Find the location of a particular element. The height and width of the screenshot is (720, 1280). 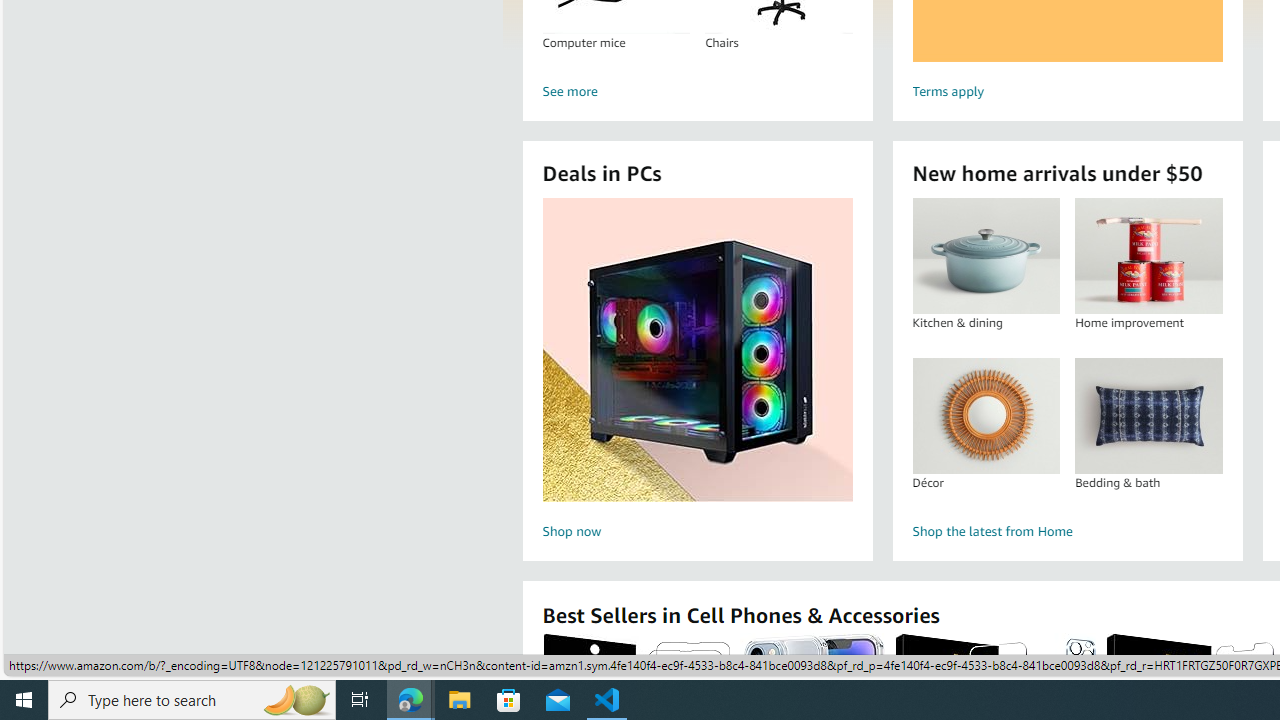

'Home improvement' is located at coordinates (1148, 255).